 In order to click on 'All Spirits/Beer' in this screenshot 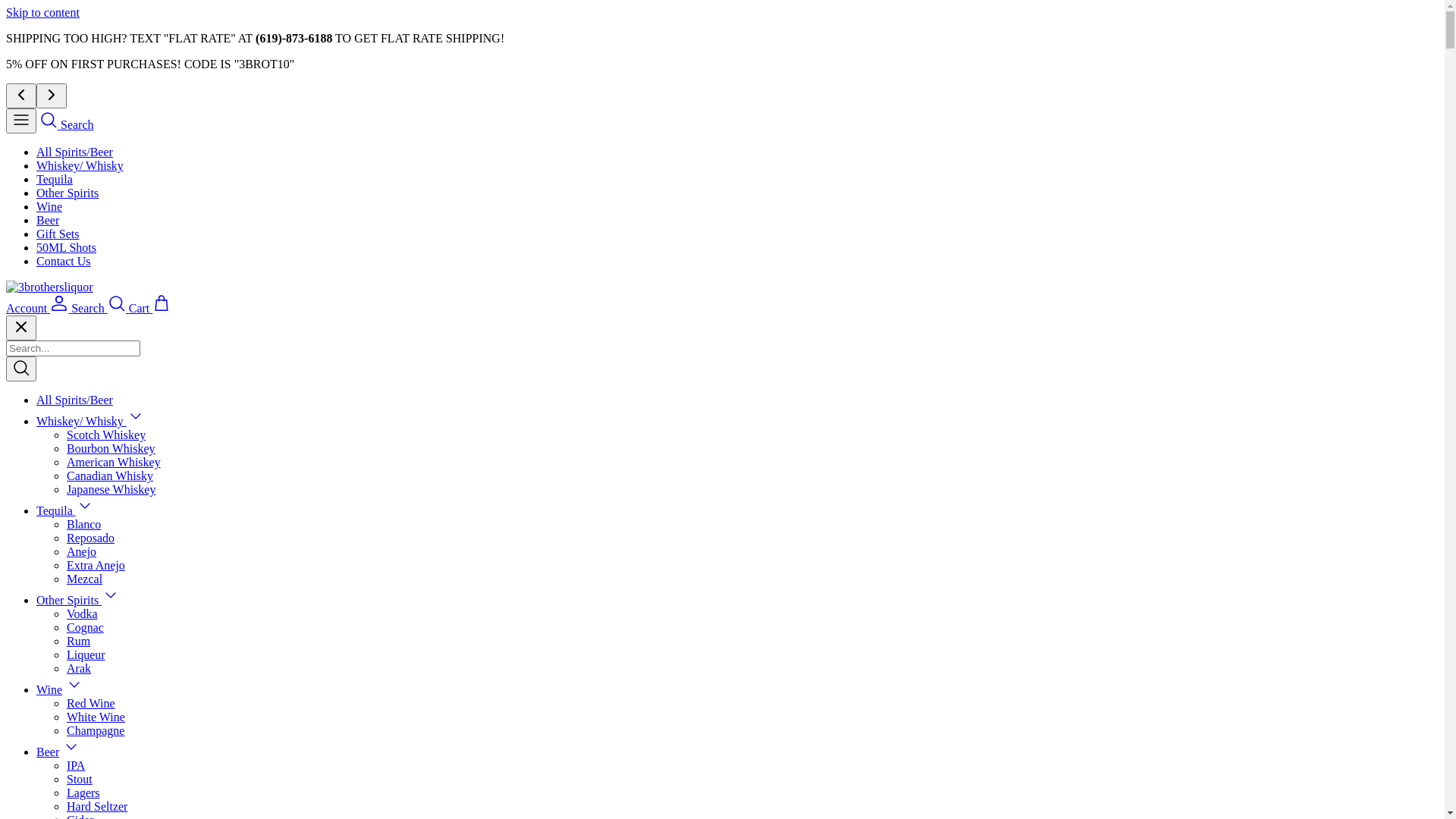, I will do `click(74, 152)`.